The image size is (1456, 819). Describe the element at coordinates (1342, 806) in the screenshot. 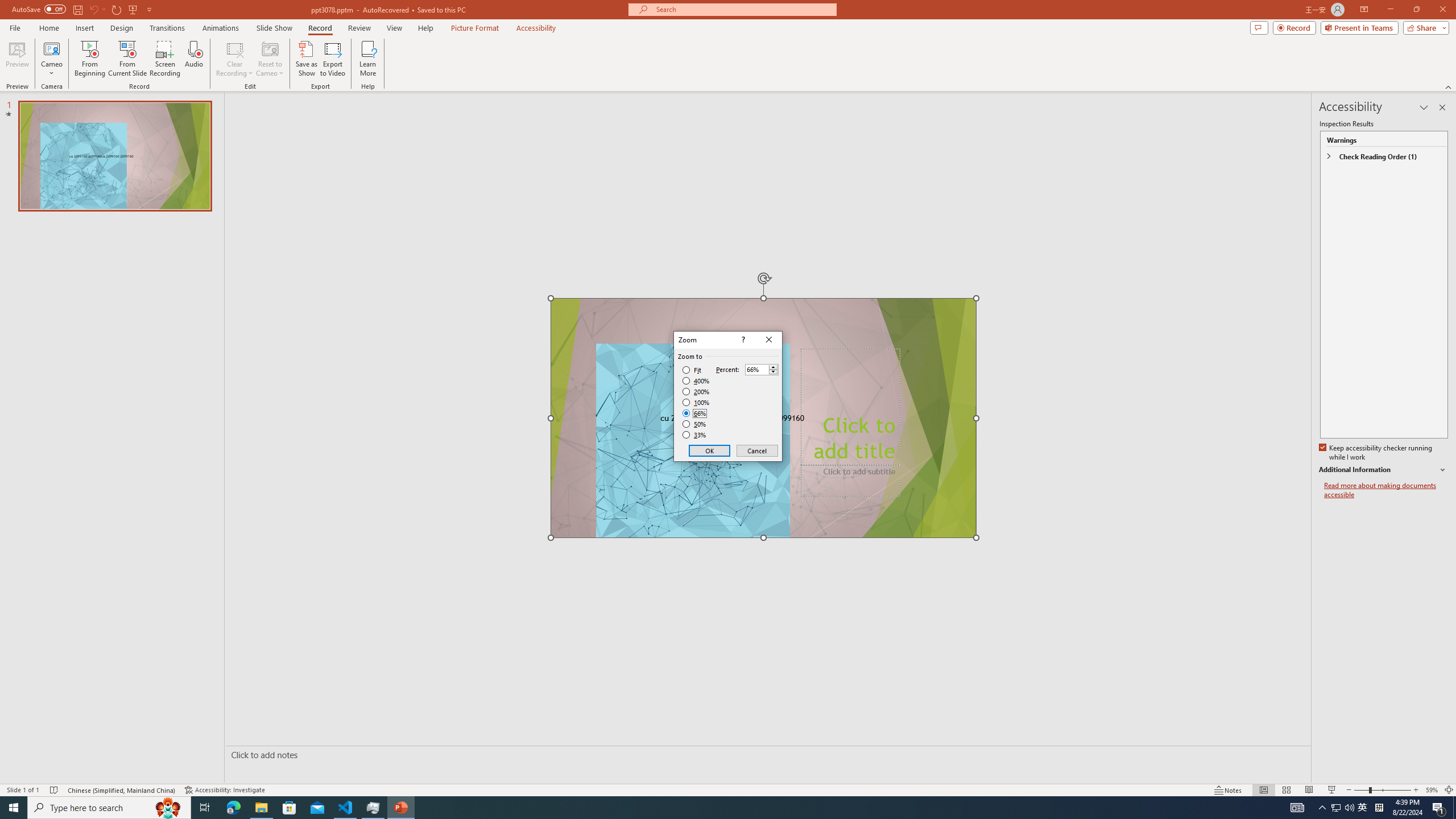

I see `'User Promoted Notification Area'` at that location.